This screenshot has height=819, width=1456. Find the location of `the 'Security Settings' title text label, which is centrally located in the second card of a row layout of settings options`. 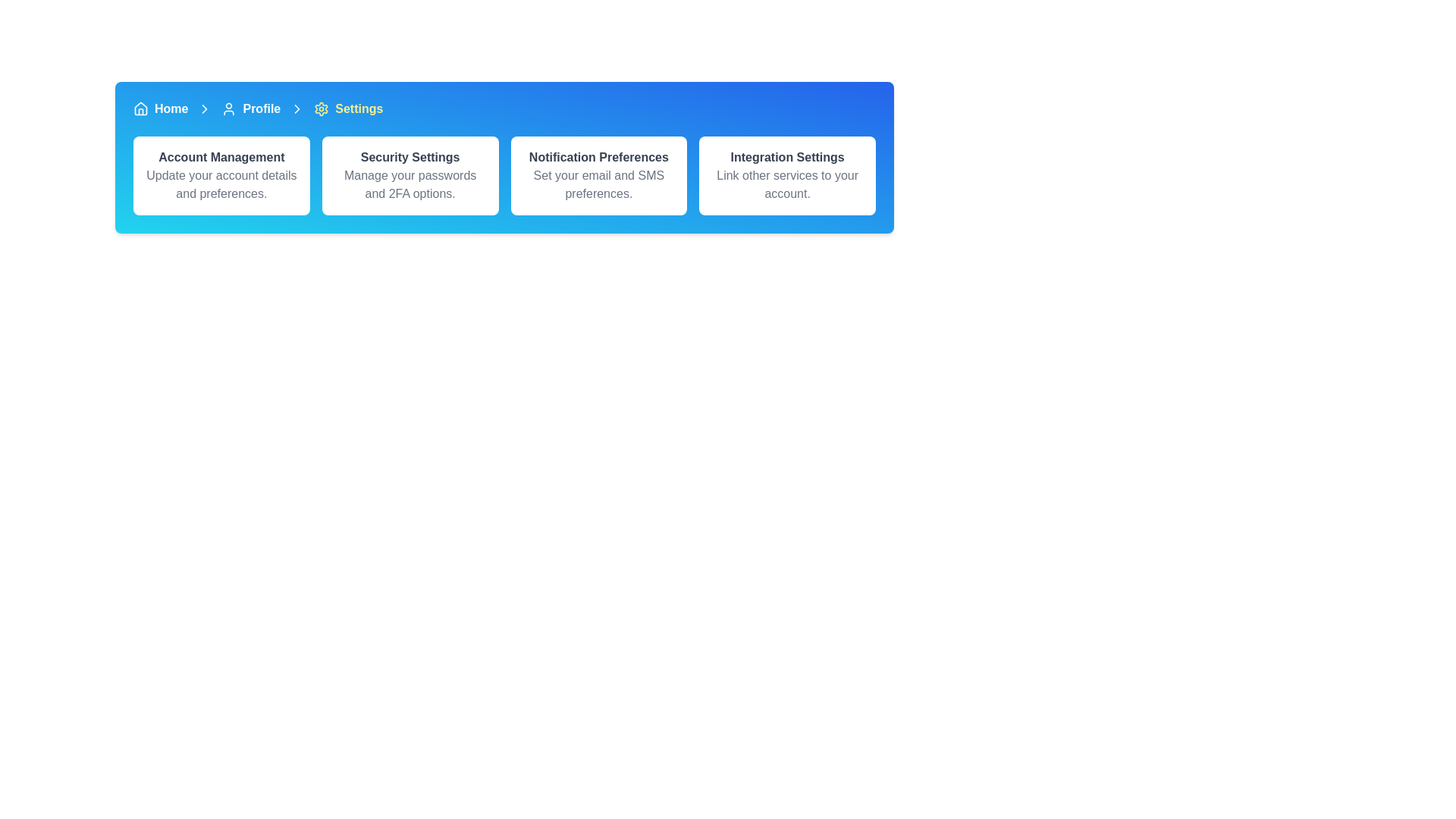

the 'Security Settings' title text label, which is centrally located in the second card of a row layout of settings options is located at coordinates (410, 158).